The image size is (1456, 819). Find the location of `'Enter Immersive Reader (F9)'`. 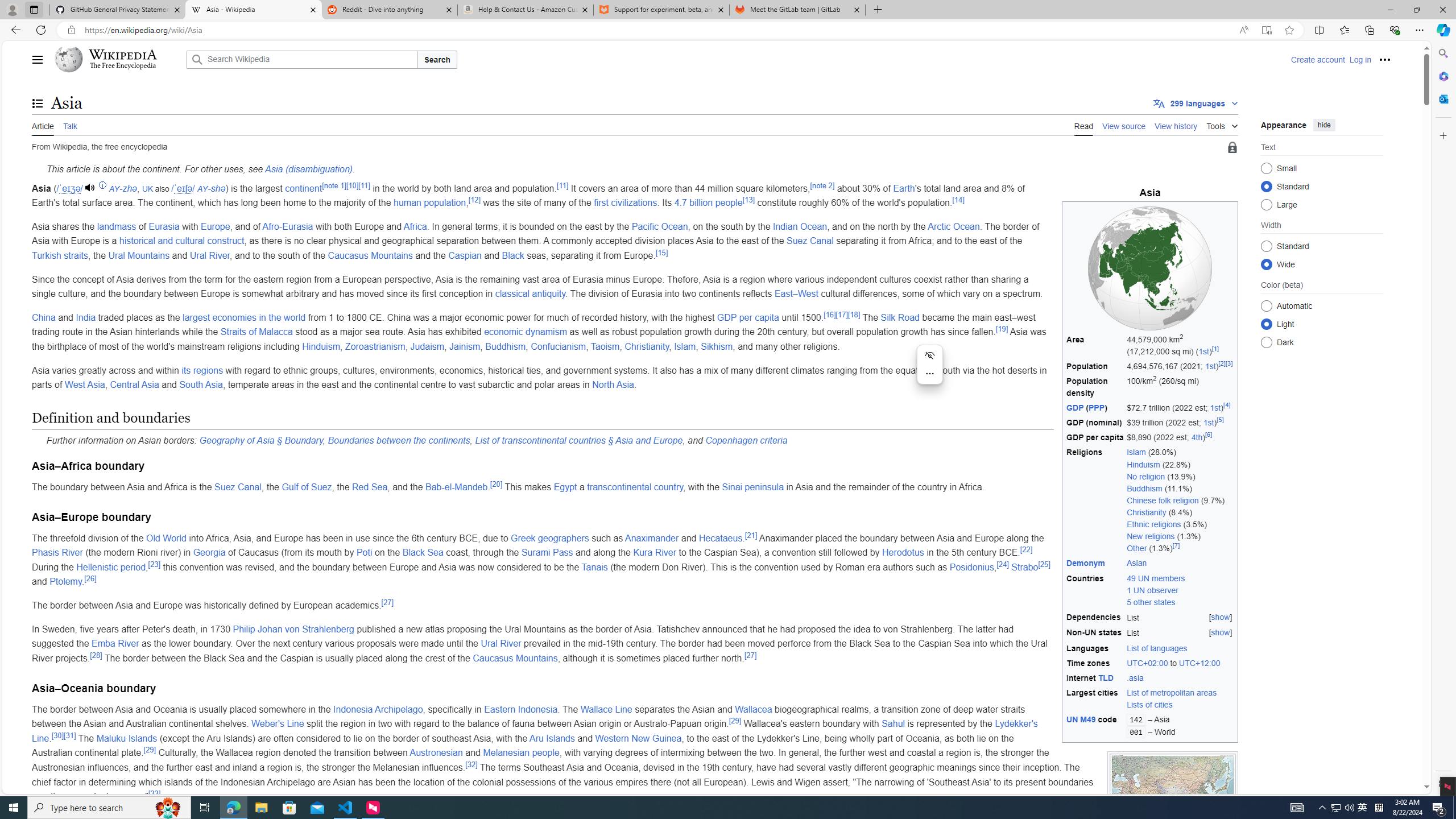

'Enter Immersive Reader (F9)' is located at coordinates (1266, 30).